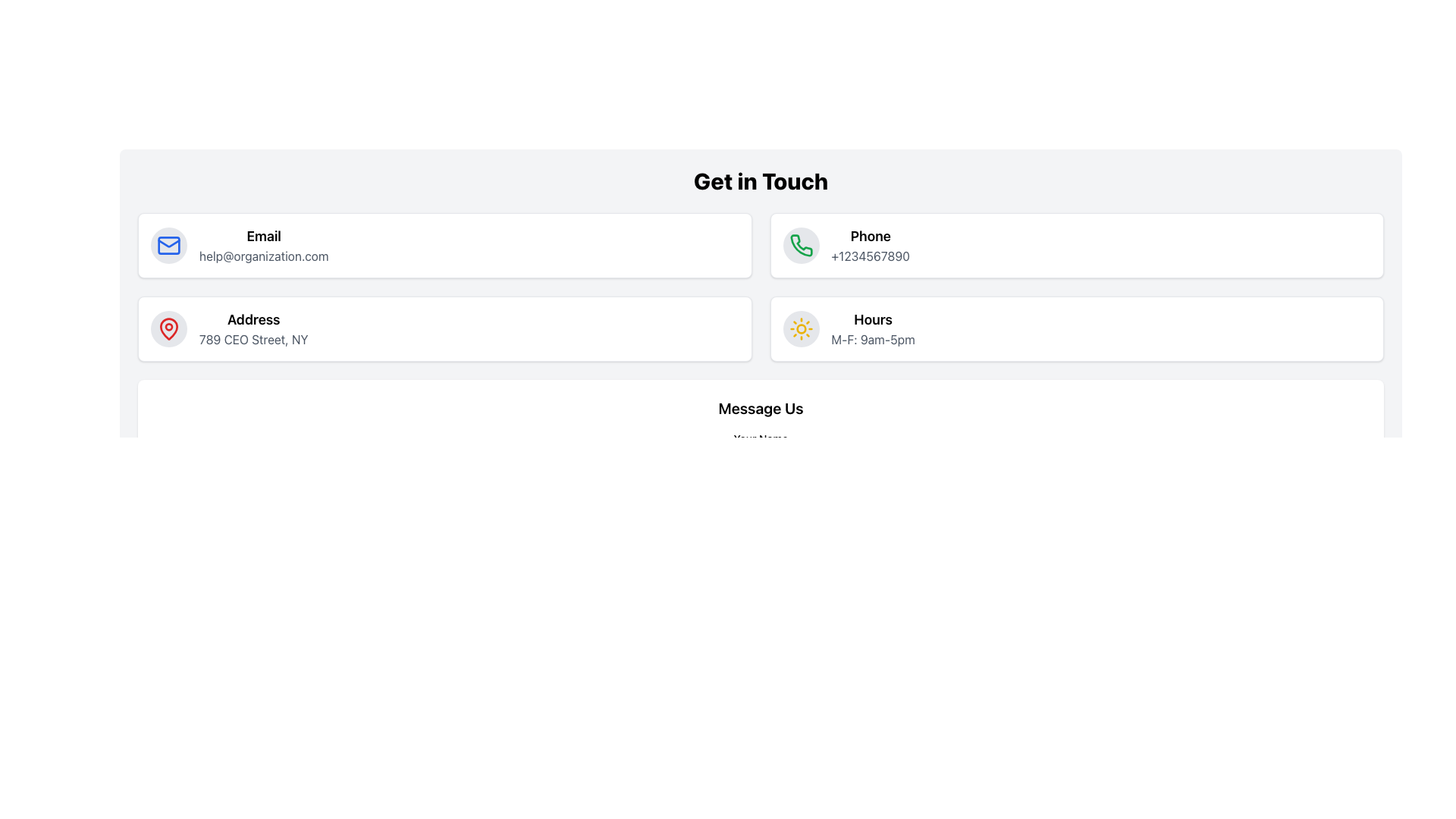  Describe the element at coordinates (800, 245) in the screenshot. I see `the circular icon button with a light gray background and a green phone receiver icon located in the upper-right card titled 'Phone', positioned to the left of the text '+1234567890'` at that location.